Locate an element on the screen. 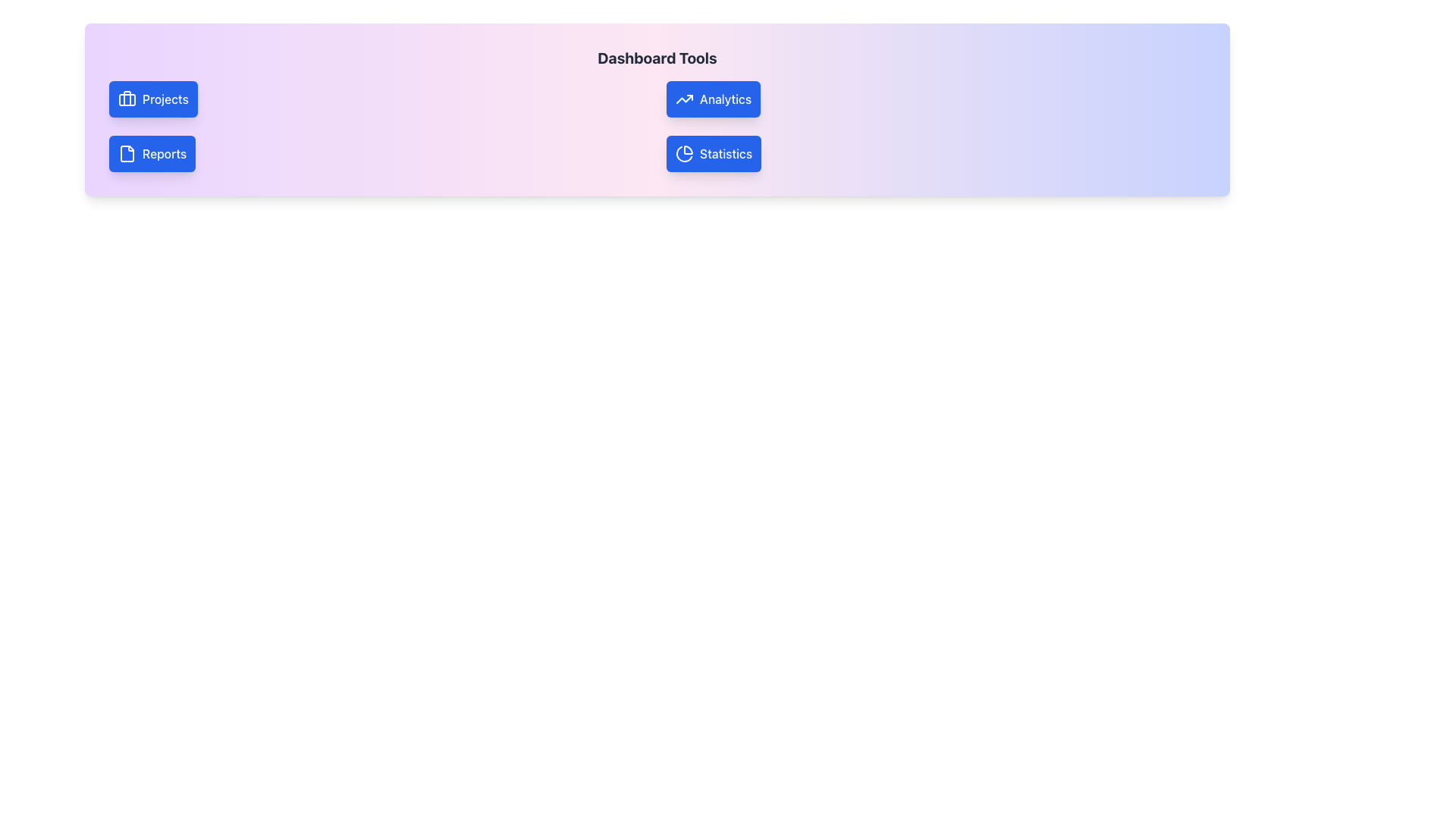  the 'Analytics' button located at the top right of the interface under the heading 'Dashboard Tools', which contains a 'trending up' icon represented by a zigzag polyline is located at coordinates (683, 99).